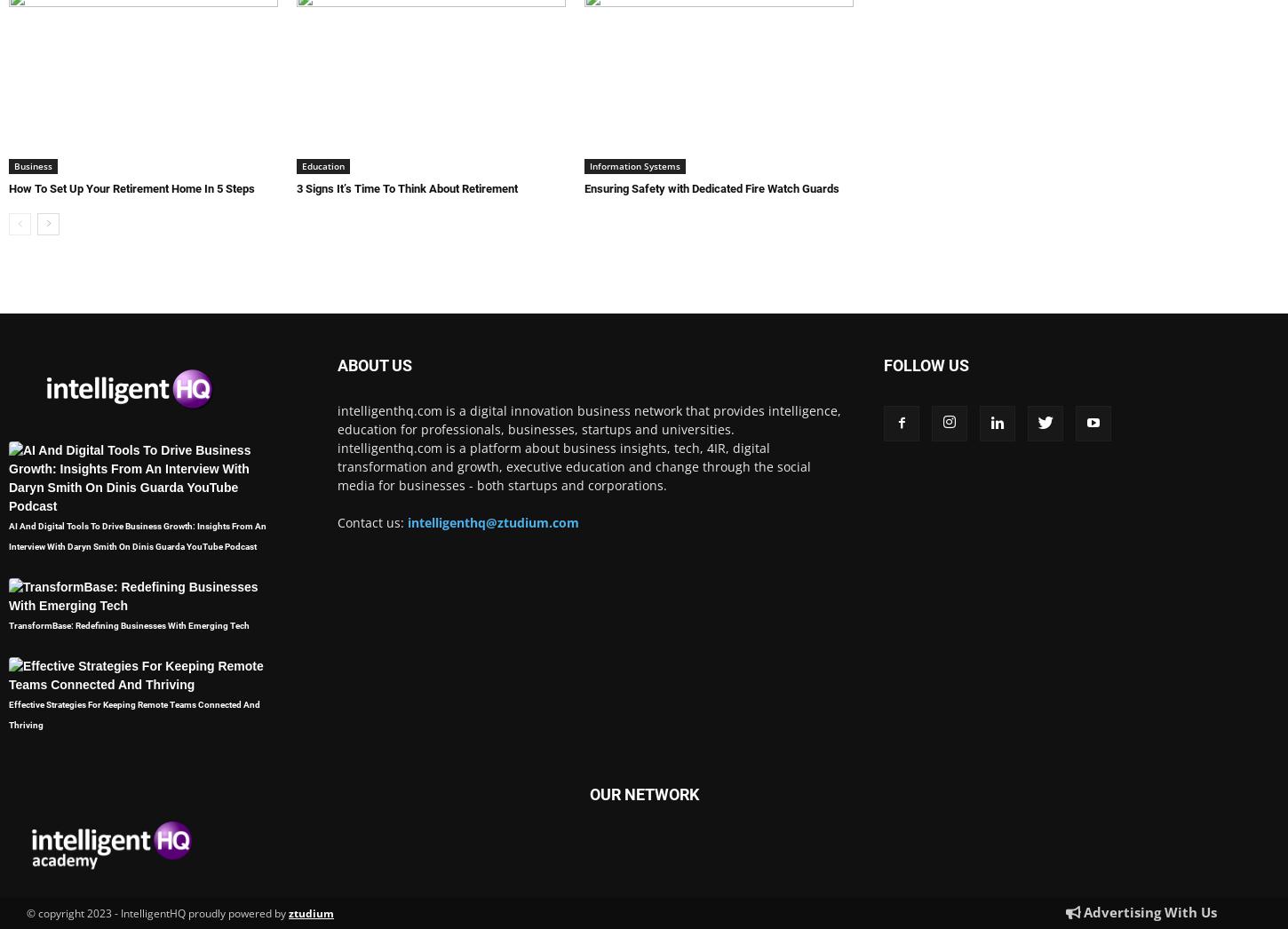 This screenshot has height=929, width=1288. What do you see at coordinates (587, 794) in the screenshot?
I see `'OUR NETWORK'` at bounding box center [587, 794].